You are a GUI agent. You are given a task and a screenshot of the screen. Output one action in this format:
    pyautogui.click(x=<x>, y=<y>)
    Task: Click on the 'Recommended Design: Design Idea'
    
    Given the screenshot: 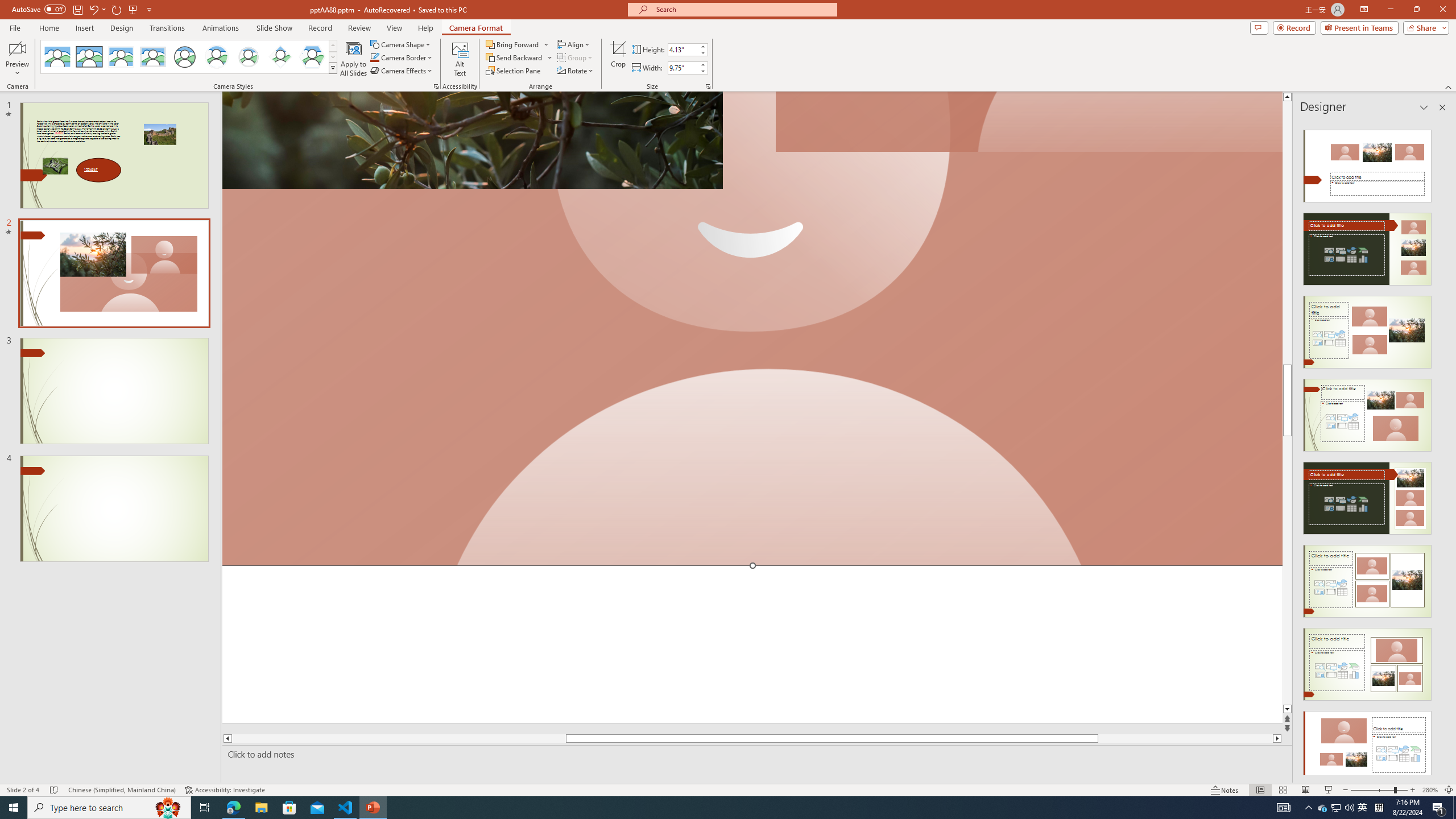 What is the action you would take?
    pyautogui.click(x=1366, y=162)
    